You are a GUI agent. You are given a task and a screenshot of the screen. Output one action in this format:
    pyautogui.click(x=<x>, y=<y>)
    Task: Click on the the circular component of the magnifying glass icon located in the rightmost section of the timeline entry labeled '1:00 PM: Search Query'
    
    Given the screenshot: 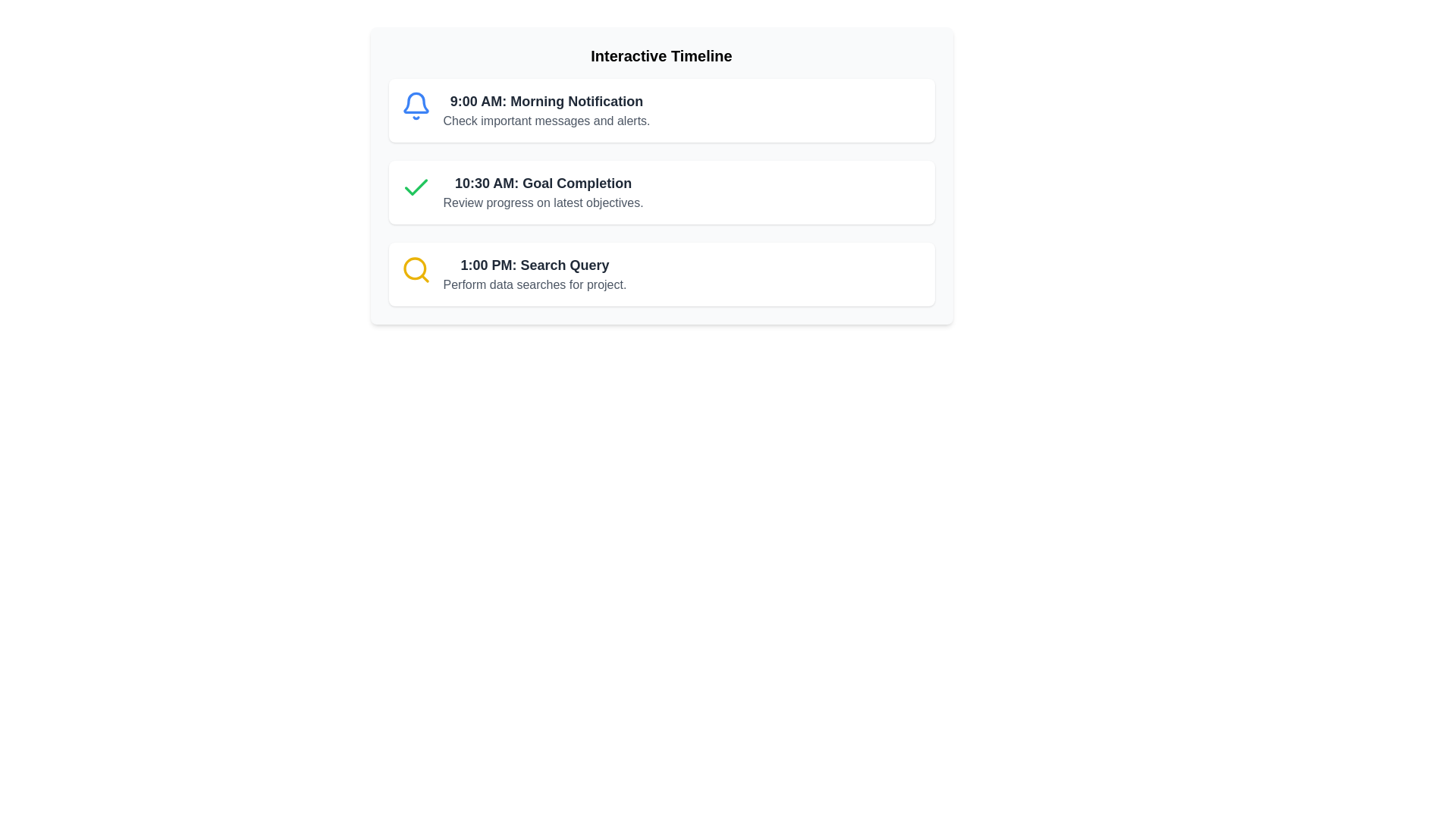 What is the action you would take?
    pyautogui.click(x=414, y=268)
    